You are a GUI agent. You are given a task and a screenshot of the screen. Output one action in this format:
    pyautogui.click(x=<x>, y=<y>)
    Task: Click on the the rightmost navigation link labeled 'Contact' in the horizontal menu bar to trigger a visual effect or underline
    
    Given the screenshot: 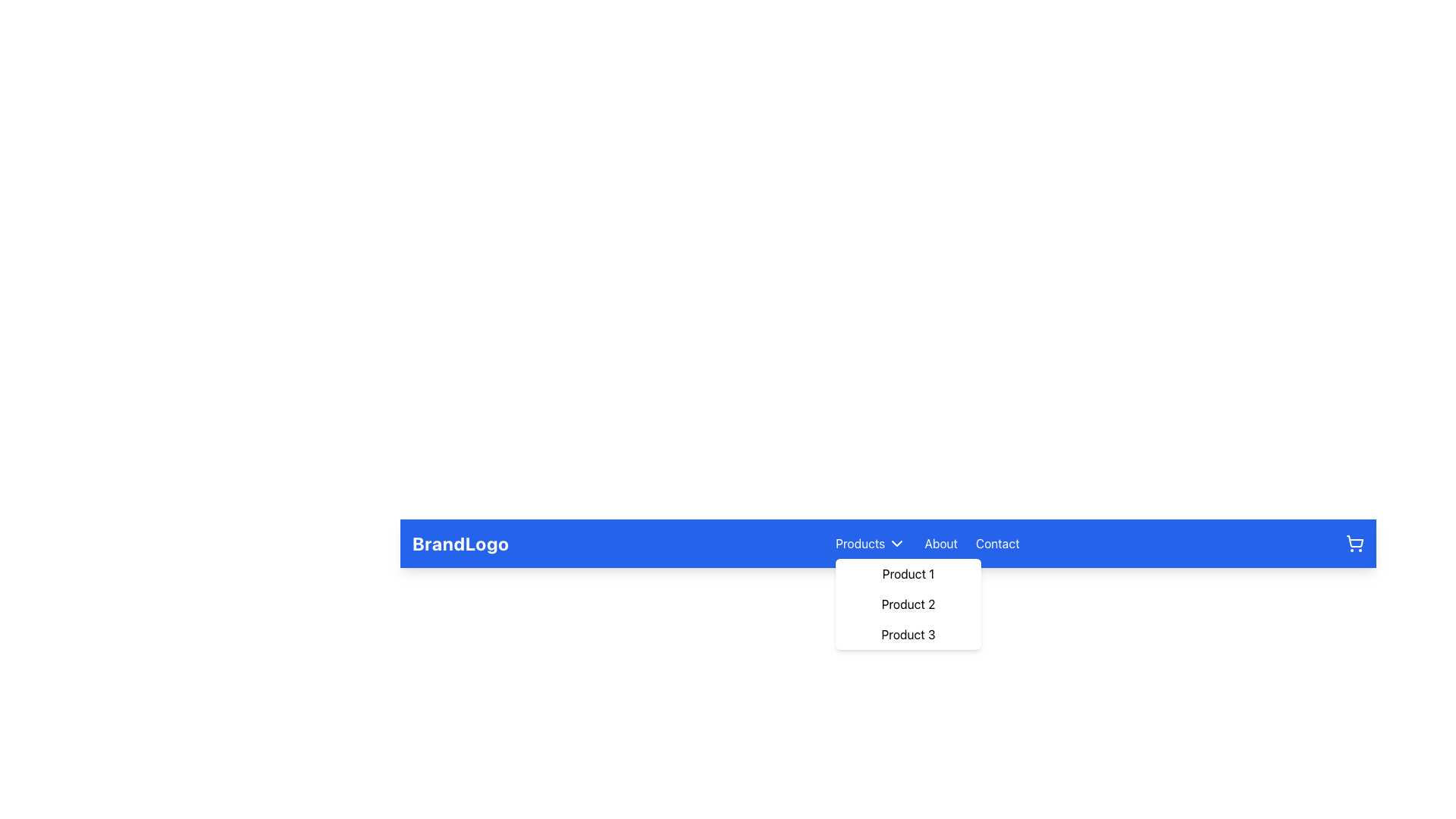 What is the action you would take?
    pyautogui.click(x=997, y=543)
    